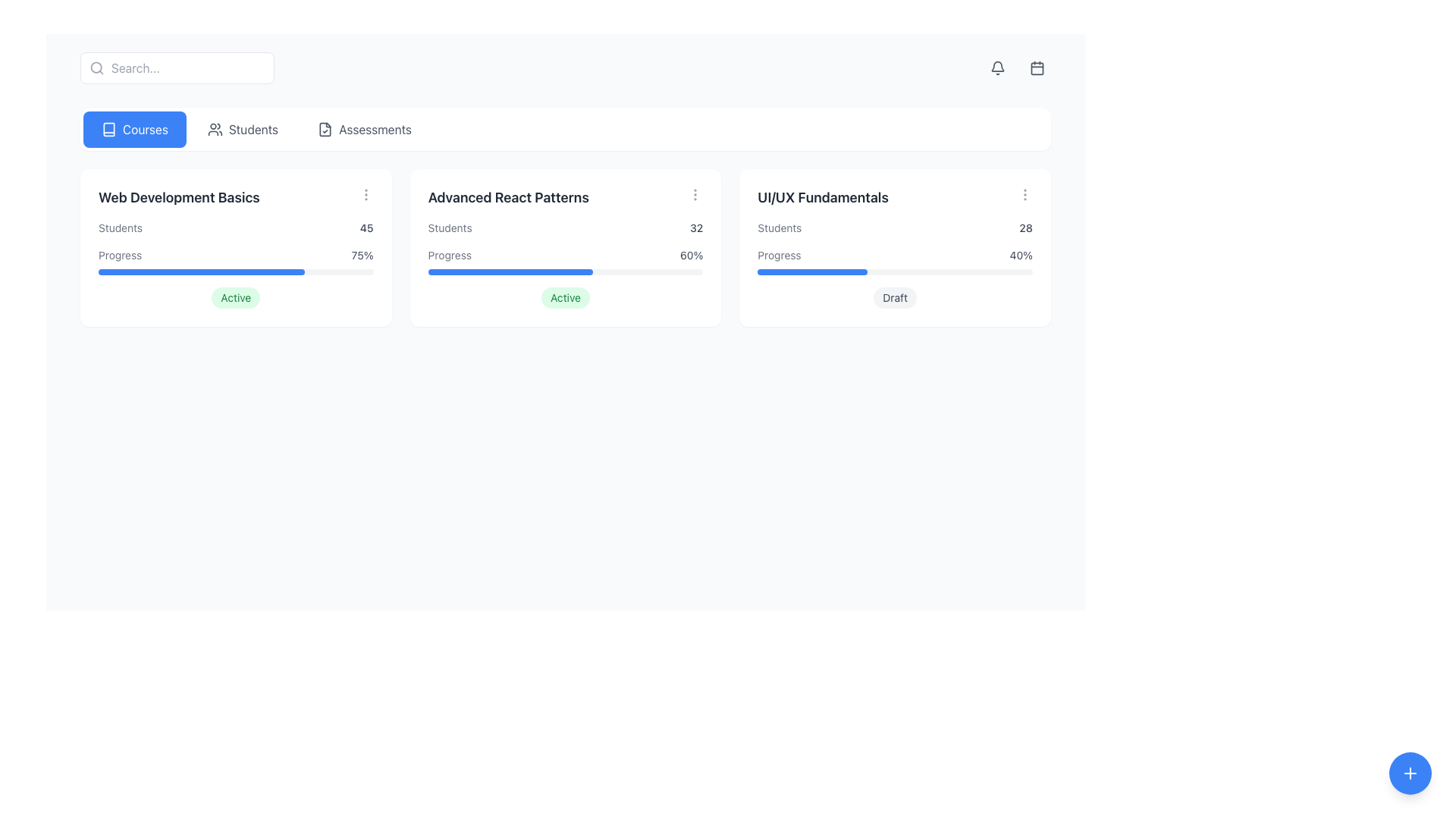  What do you see at coordinates (564, 260) in the screenshot?
I see `the progress bar located in the second card, positioned below the 'Students: 32' text and above the 'Active' status indicator to visually represent the progress status of a specific course or module` at bounding box center [564, 260].